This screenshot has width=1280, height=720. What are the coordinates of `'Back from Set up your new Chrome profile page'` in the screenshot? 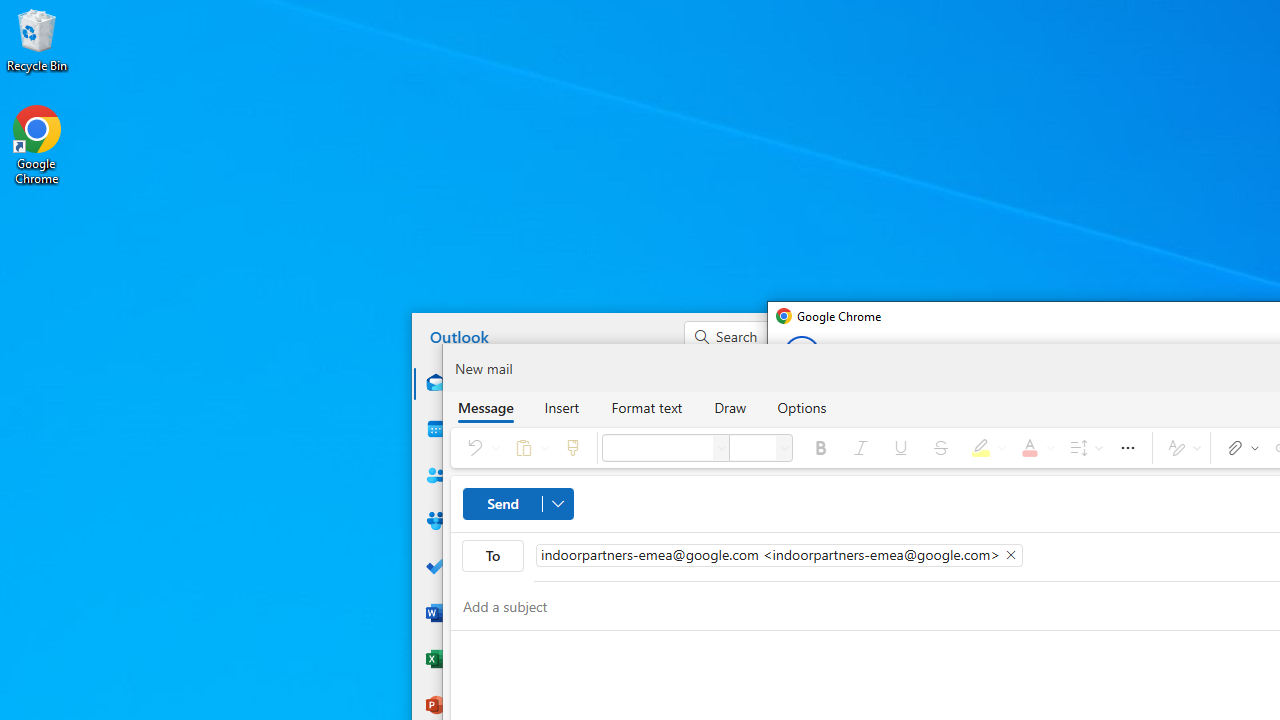 It's located at (801, 353).